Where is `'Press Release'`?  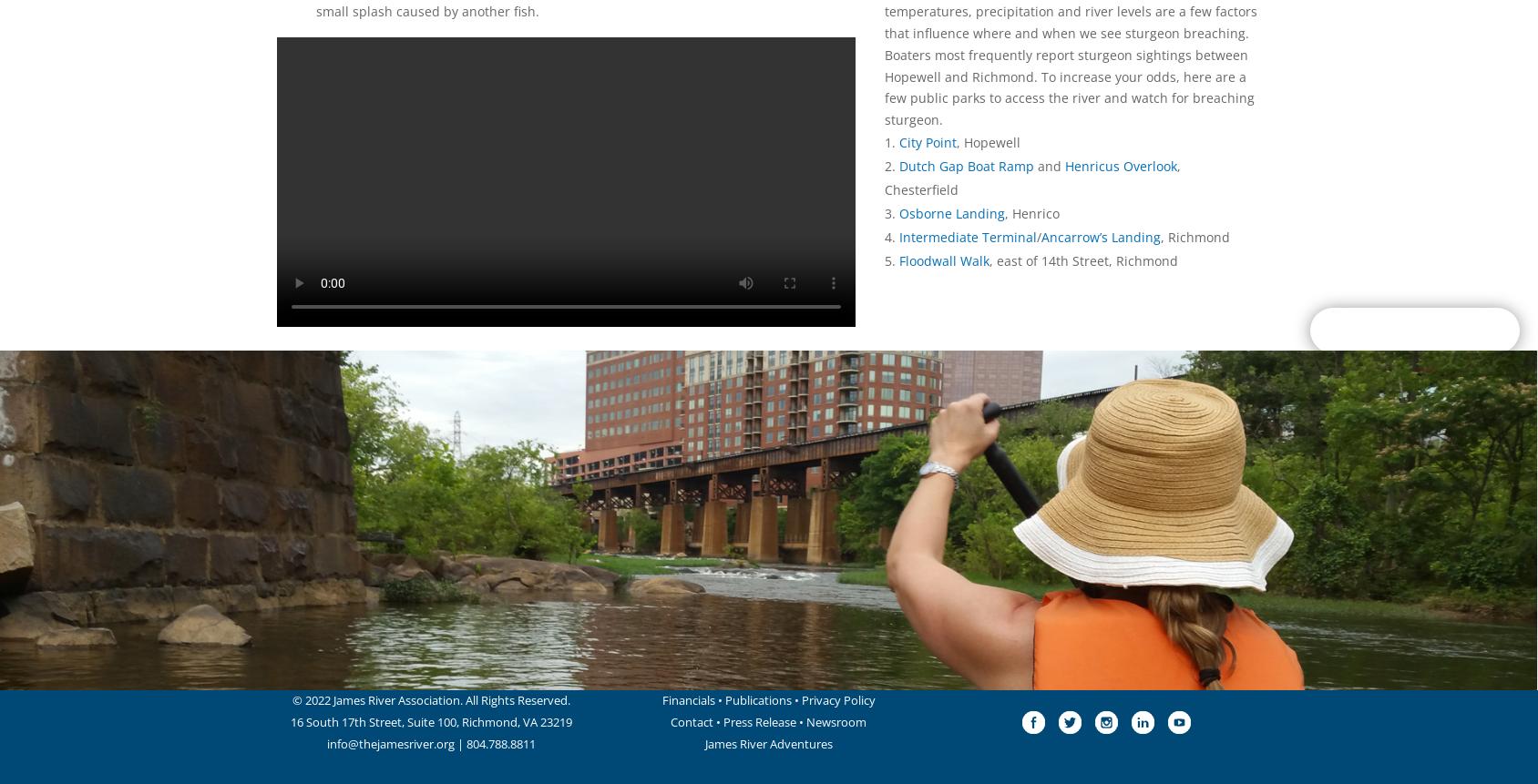
'Press Release' is located at coordinates (723, 722).